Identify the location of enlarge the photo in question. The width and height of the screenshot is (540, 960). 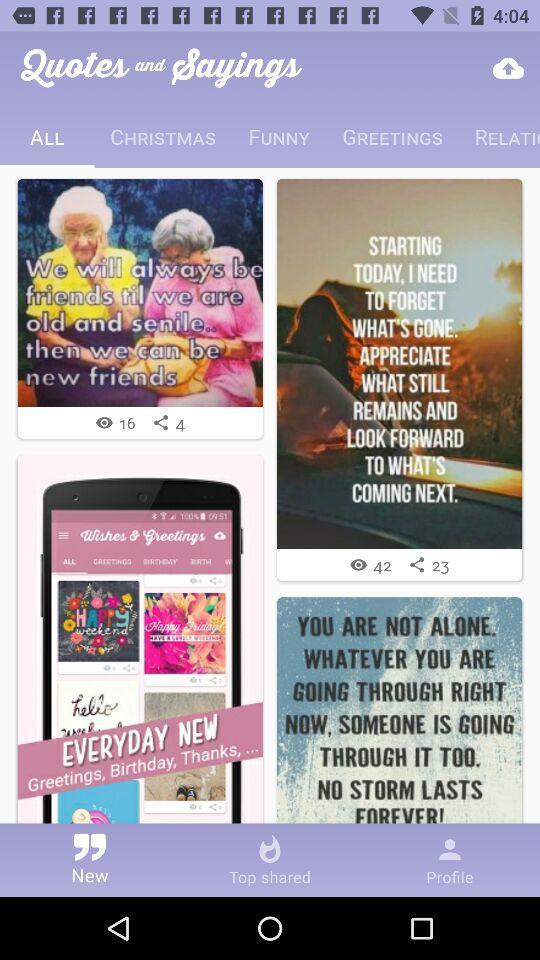
(139, 291).